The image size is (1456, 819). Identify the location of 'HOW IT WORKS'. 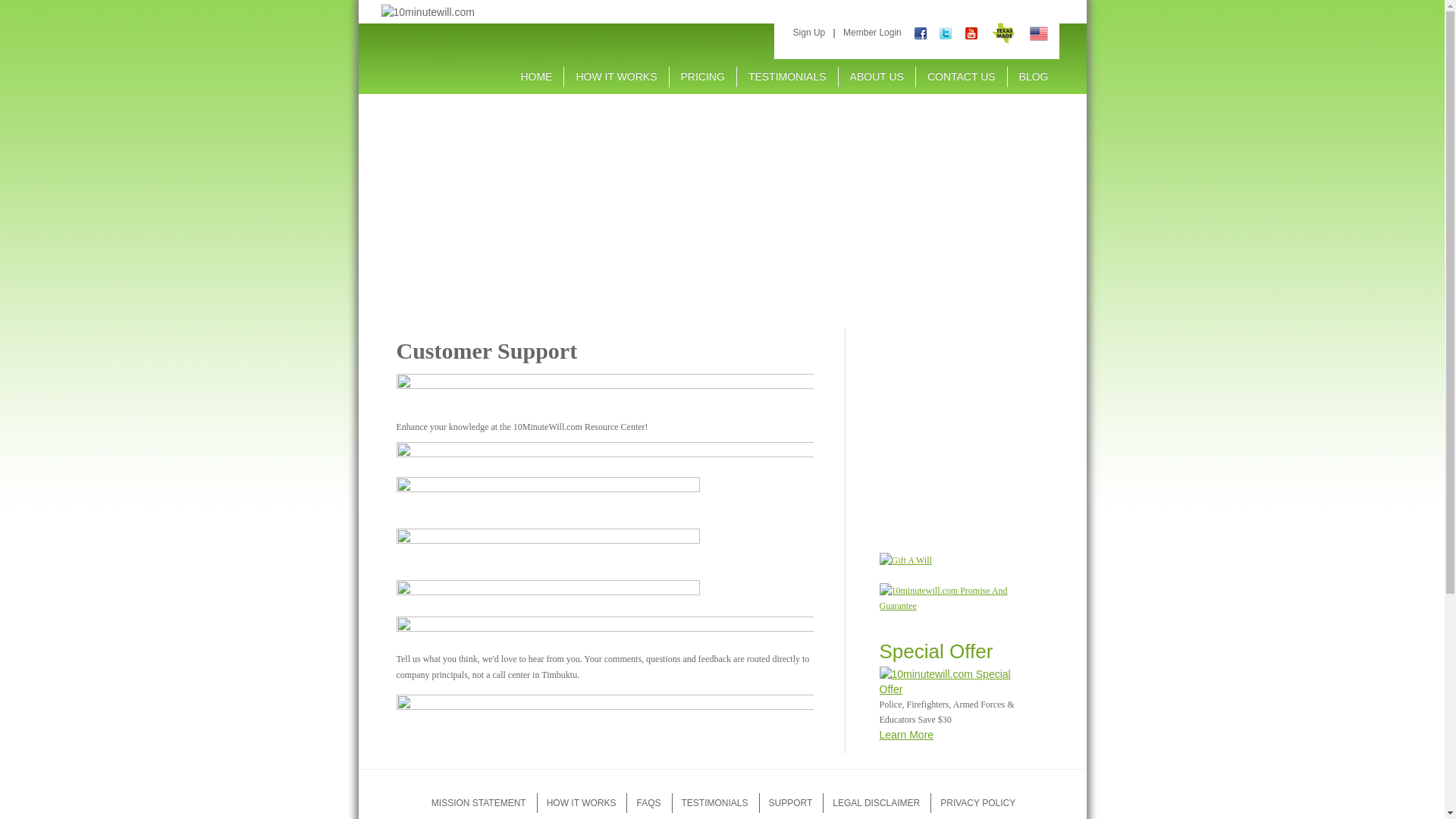
(581, 802).